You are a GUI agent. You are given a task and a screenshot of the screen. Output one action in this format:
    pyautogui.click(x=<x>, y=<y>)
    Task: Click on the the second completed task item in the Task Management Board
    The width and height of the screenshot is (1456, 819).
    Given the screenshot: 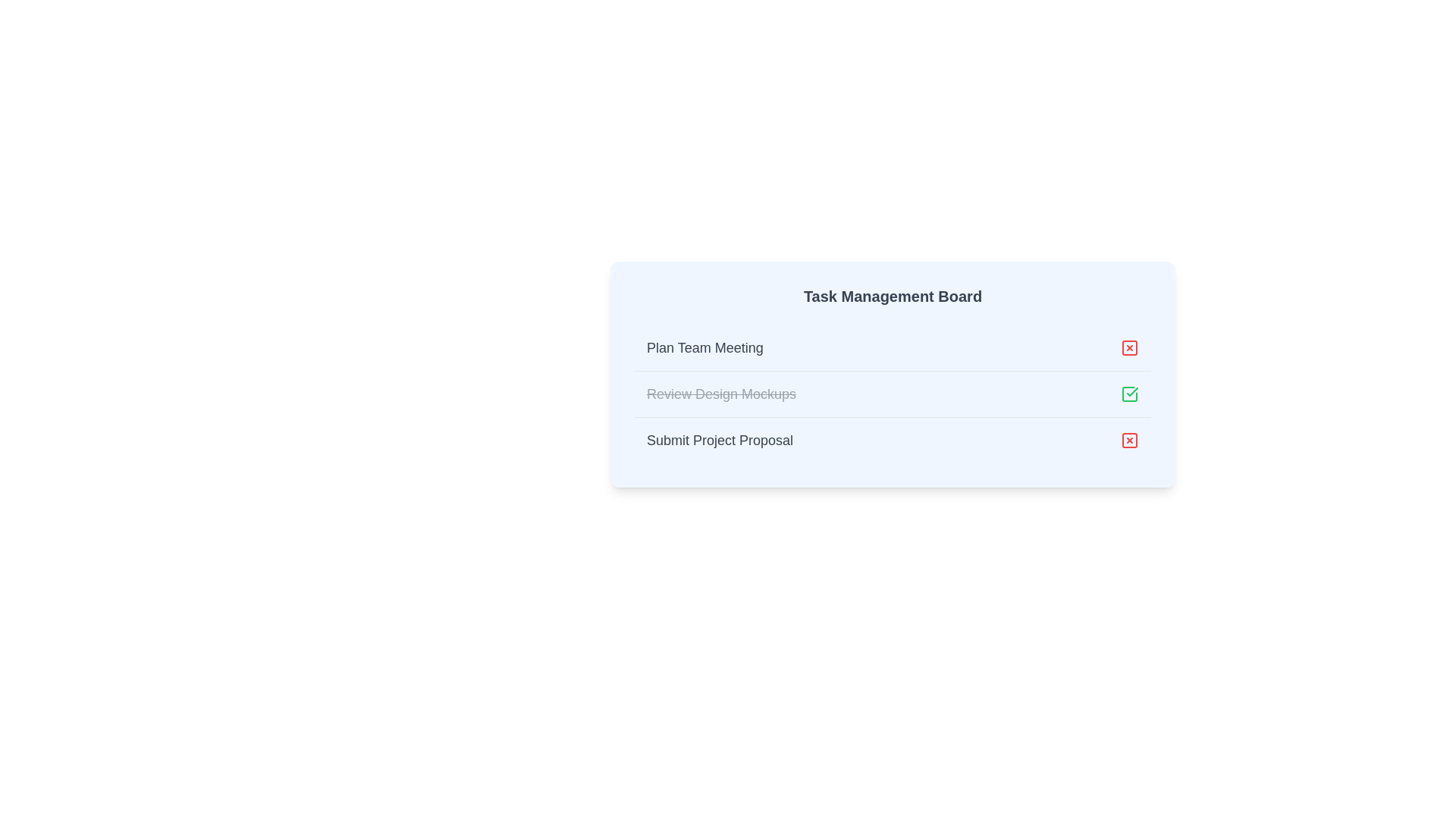 What is the action you would take?
    pyautogui.click(x=893, y=394)
    